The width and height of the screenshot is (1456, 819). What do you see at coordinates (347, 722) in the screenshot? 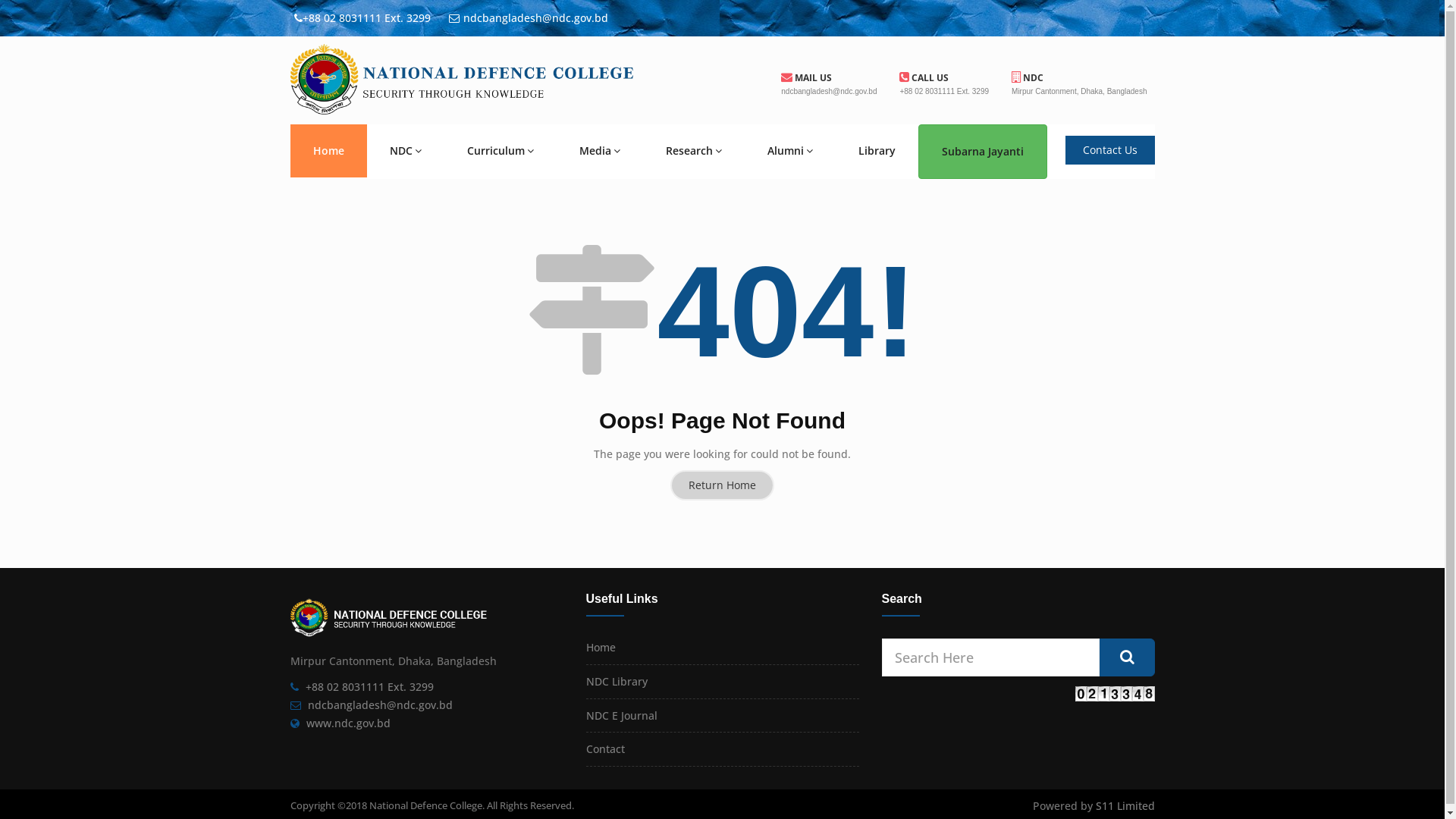
I see `'www.ndc.gov.bd'` at bounding box center [347, 722].